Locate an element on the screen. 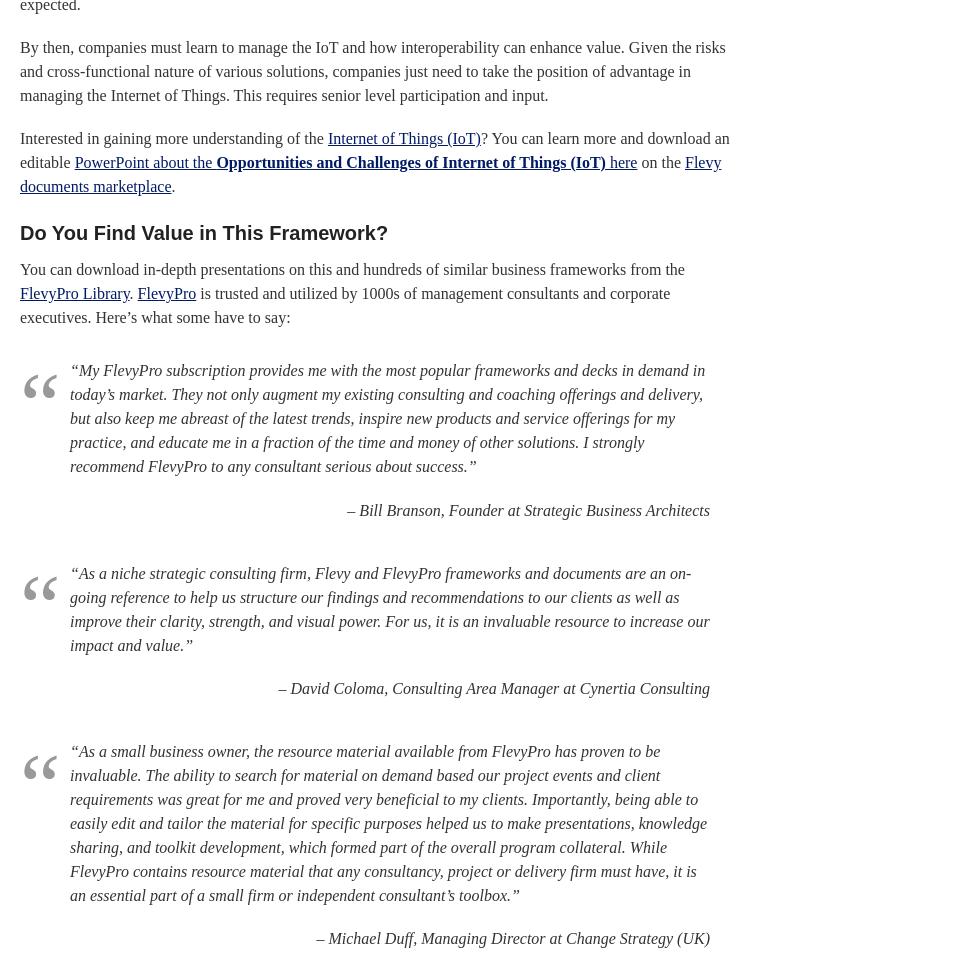 Image resolution: width=980 pixels, height=957 pixels. '“My FlevyPro subscription provides me with the most popular frameworks and decks in demand in today’s market. They not only augment my existing consulting and coaching offerings and delivery, but also keep me abreast of the latest trends, inspire new products and service offerings for my practice, and educate me in a fraction of the time and money of other solutions. I strongly recommend FlevyPro to any consultant serious about success.”' is located at coordinates (387, 417).